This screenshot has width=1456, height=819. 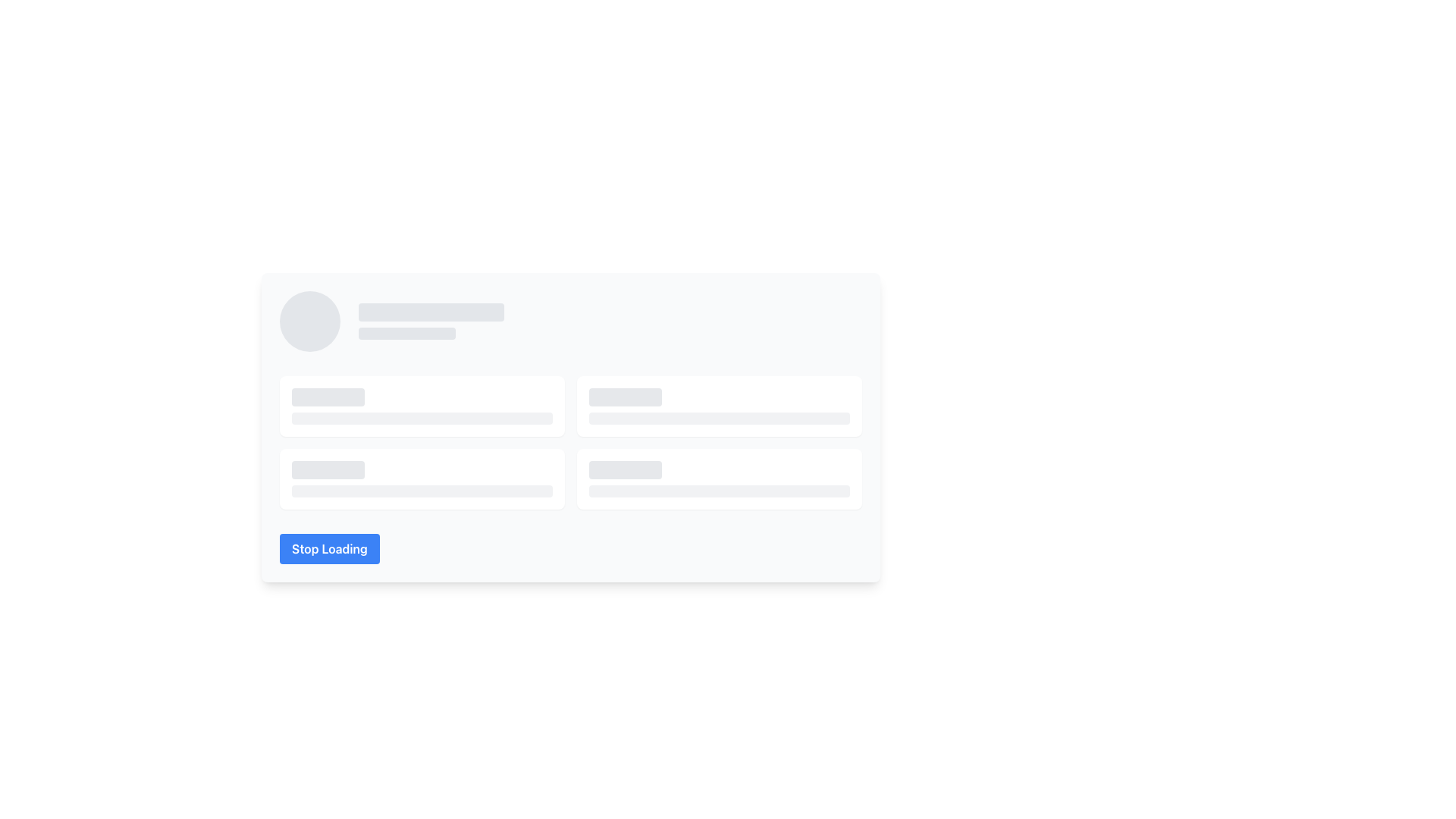 I want to click on the blue rectangular button with rounded corners that displays the text 'Stop Loading' to observe potential effects, so click(x=328, y=549).